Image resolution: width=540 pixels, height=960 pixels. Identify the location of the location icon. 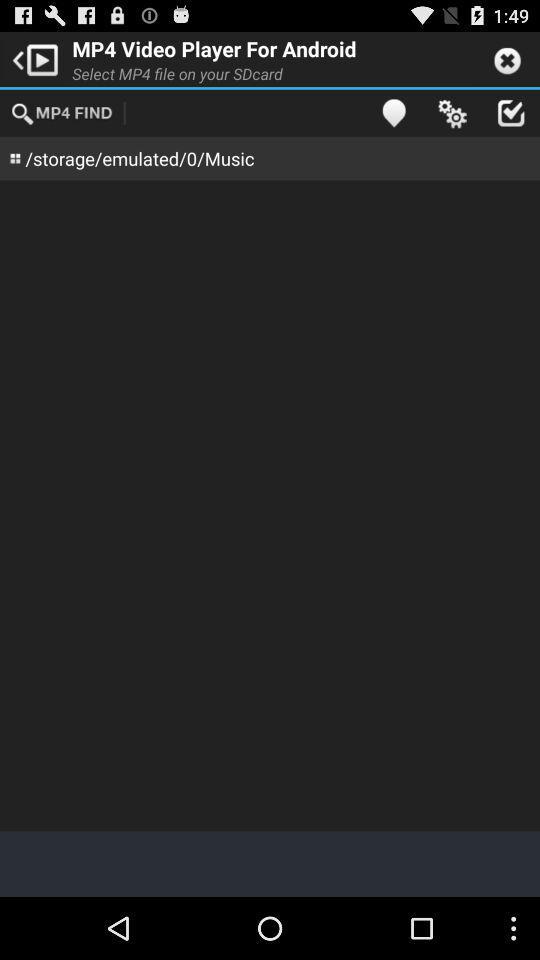
(393, 120).